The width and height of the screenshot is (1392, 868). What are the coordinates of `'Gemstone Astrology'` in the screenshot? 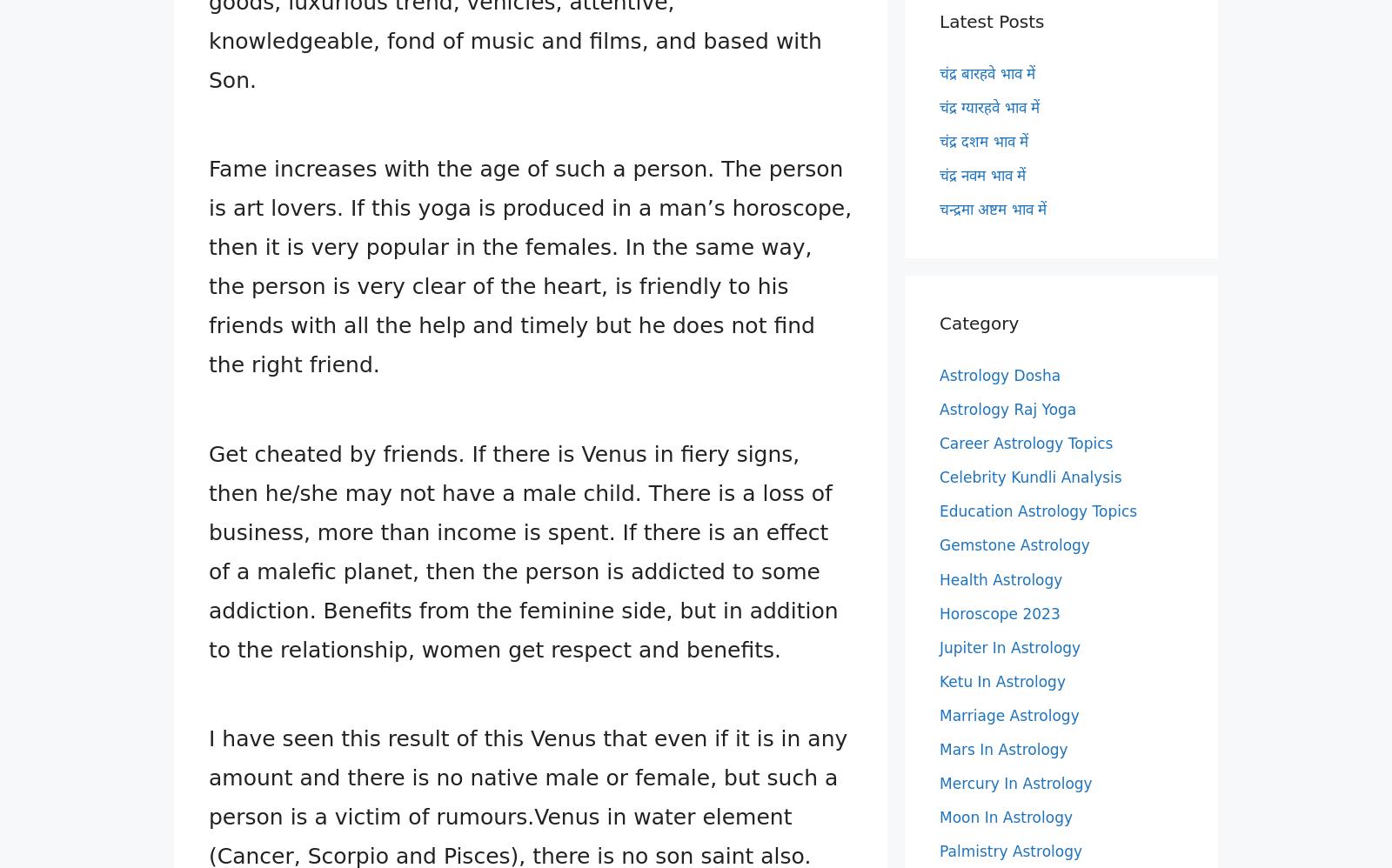 It's located at (1014, 545).